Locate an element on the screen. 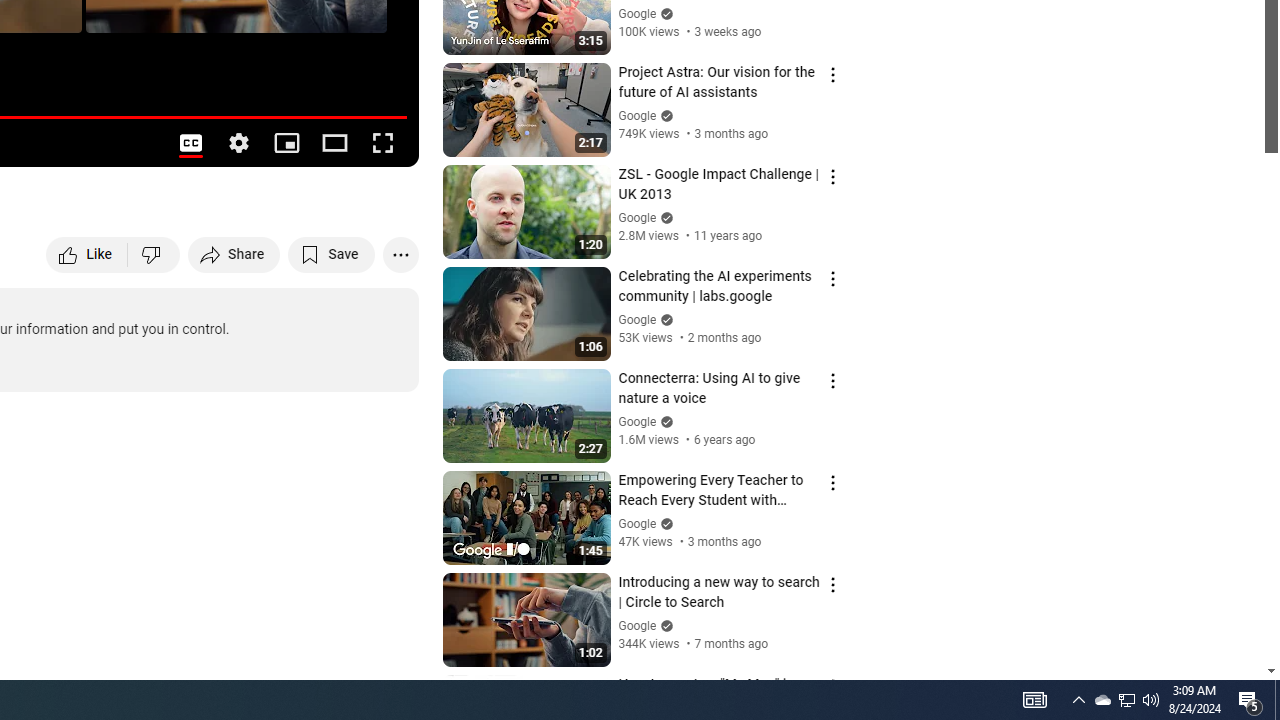  'Full screen (f)' is located at coordinates (382, 141).